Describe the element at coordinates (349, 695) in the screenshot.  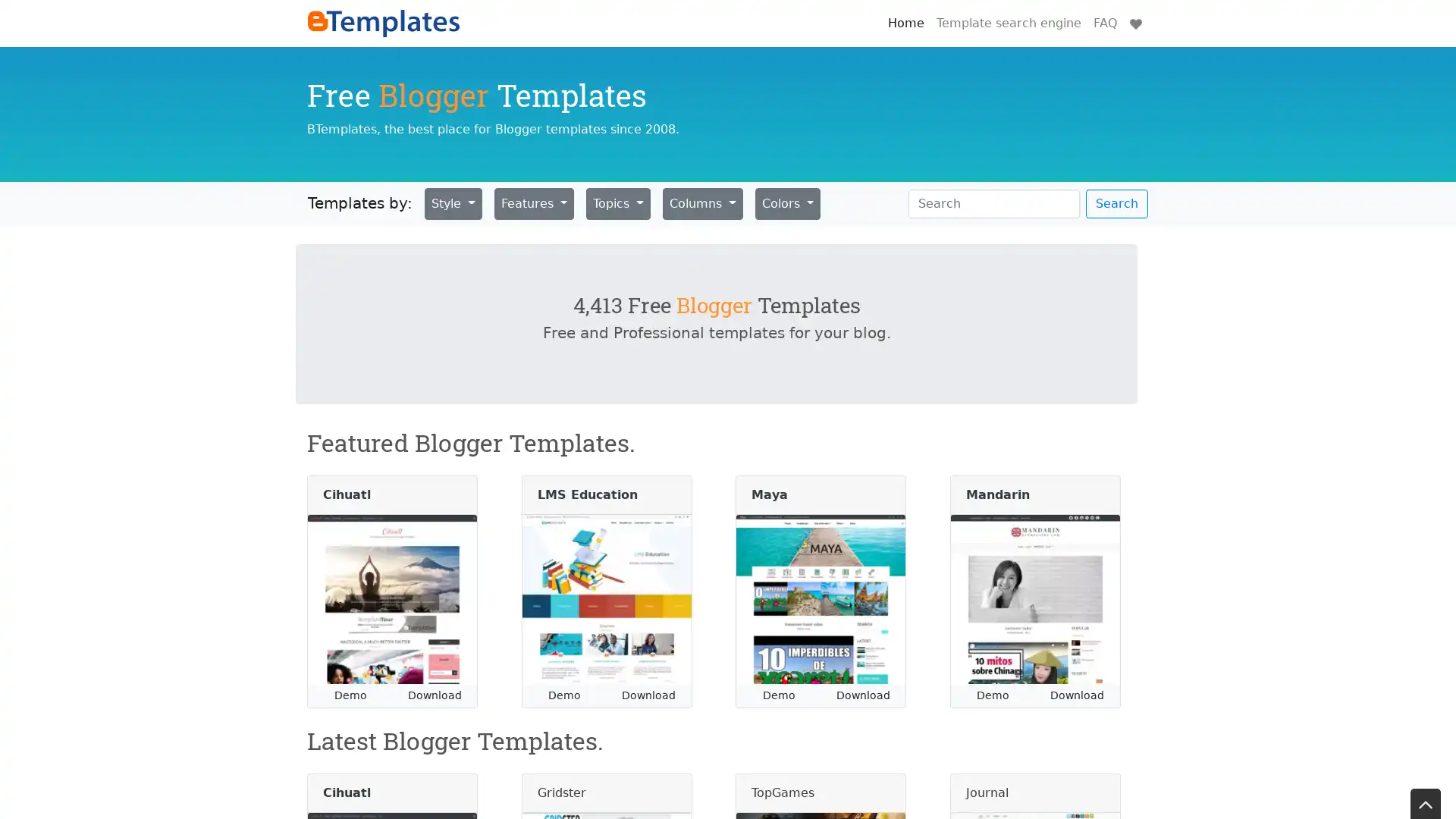
I see `Demo` at that location.